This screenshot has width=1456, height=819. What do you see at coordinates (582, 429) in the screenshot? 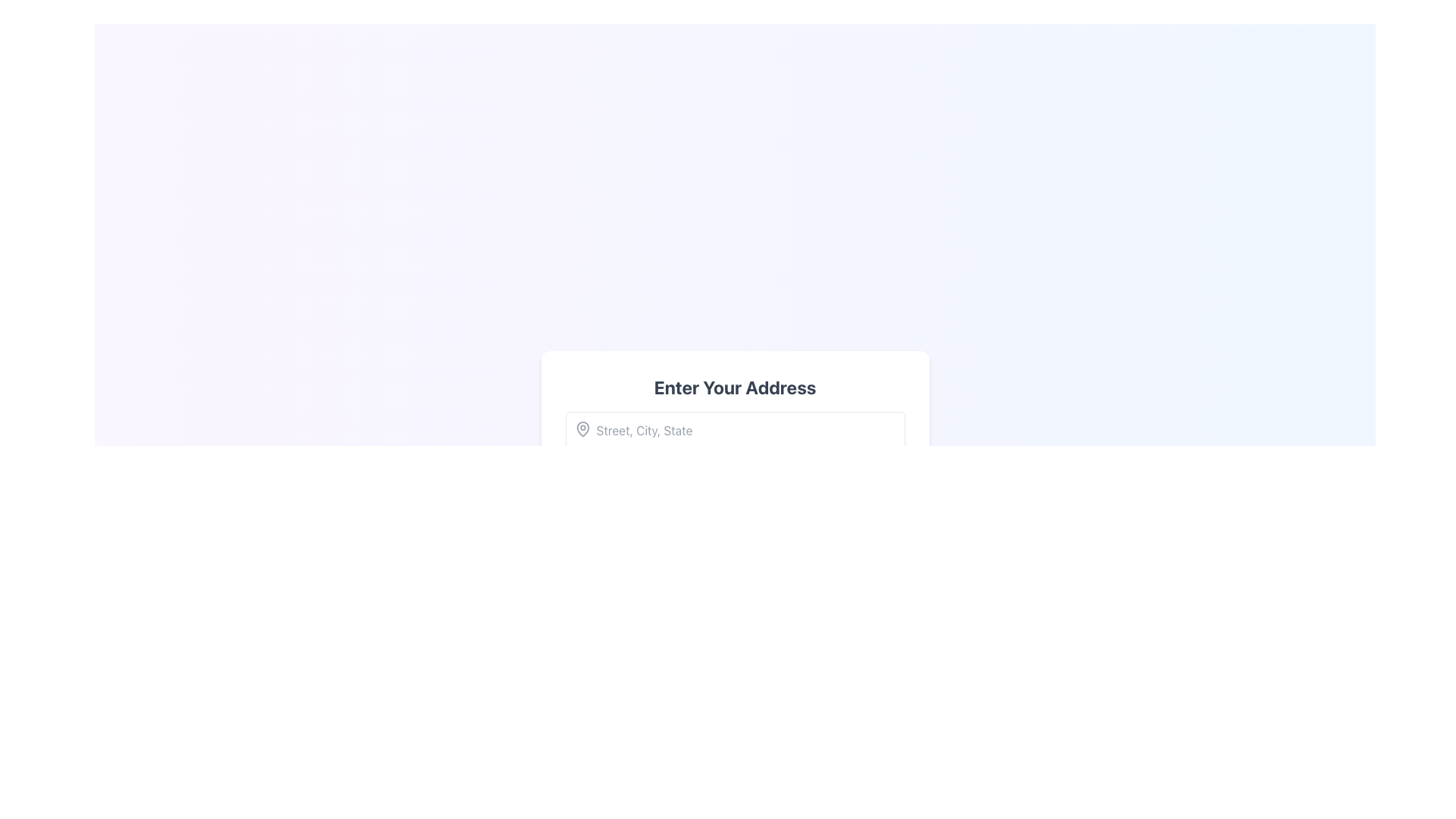
I see `the geographical location icon positioned at the top-left corner of the address input field, which visually represents location data` at bounding box center [582, 429].